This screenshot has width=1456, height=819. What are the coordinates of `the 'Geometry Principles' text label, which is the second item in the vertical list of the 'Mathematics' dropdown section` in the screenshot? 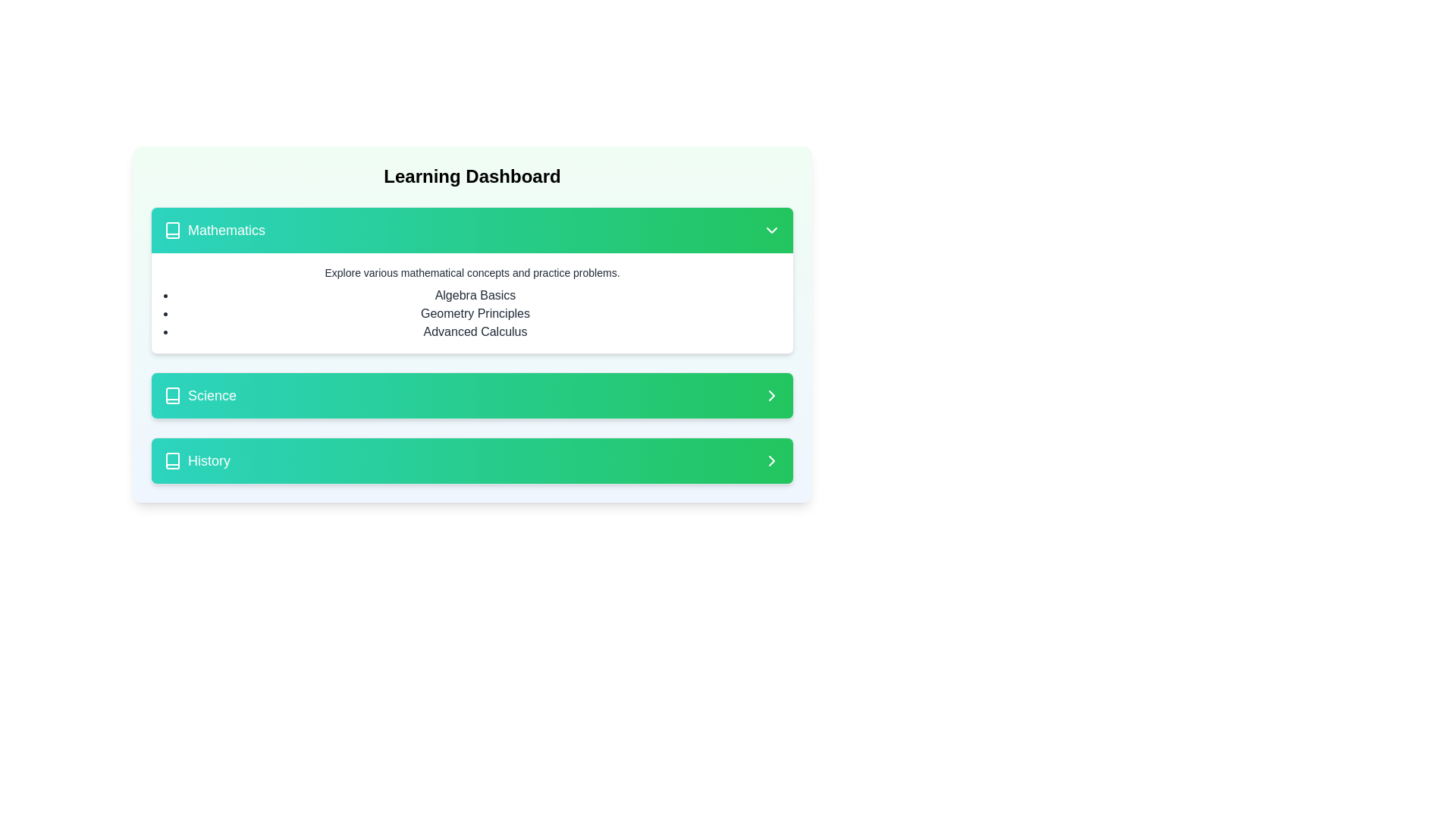 It's located at (475, 312).